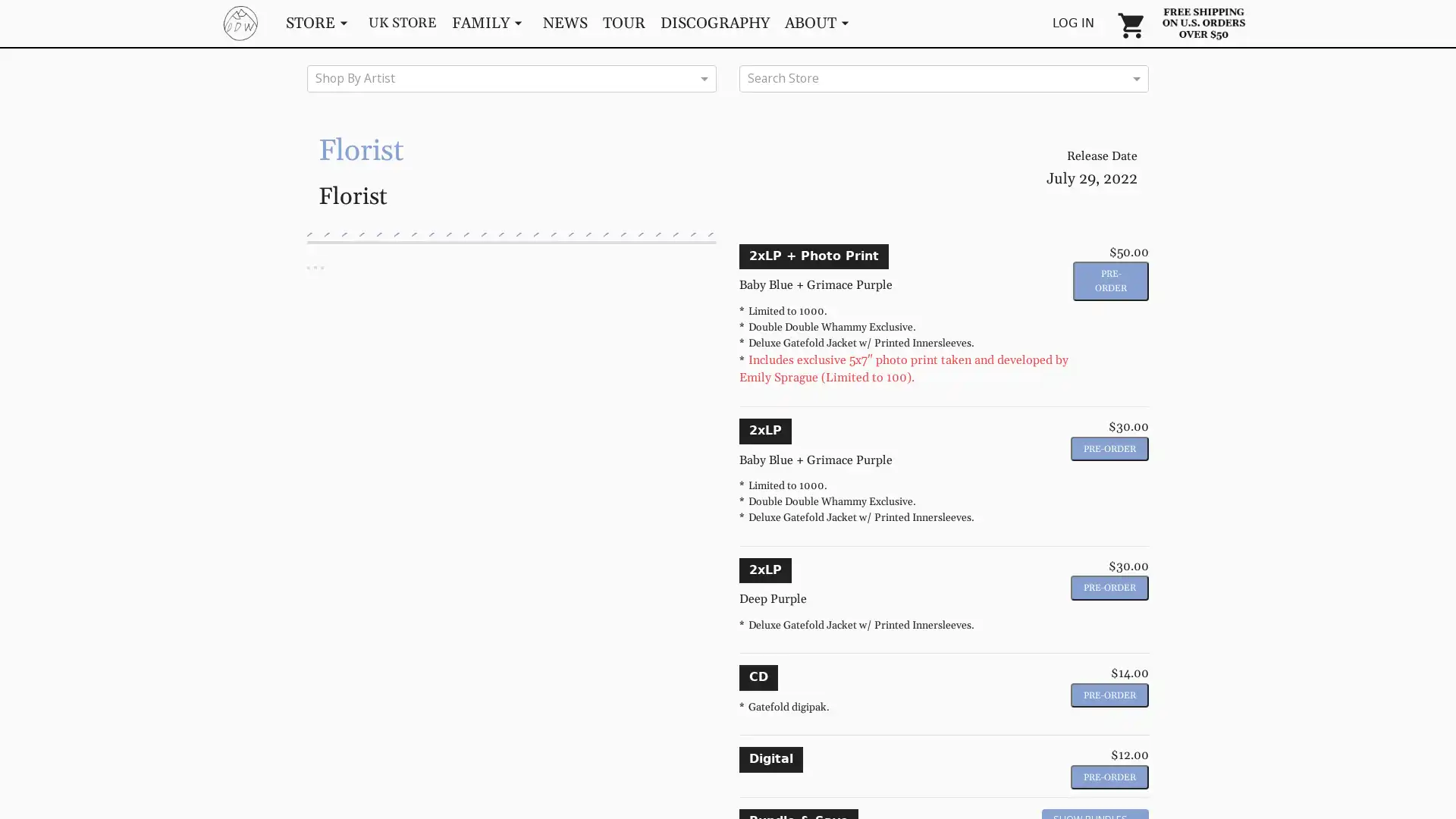 This screenshot has width=1456, height=819. Describe the element at coordinates (1109, 447) in the screenshot. I see `Pre-Order` at that location.